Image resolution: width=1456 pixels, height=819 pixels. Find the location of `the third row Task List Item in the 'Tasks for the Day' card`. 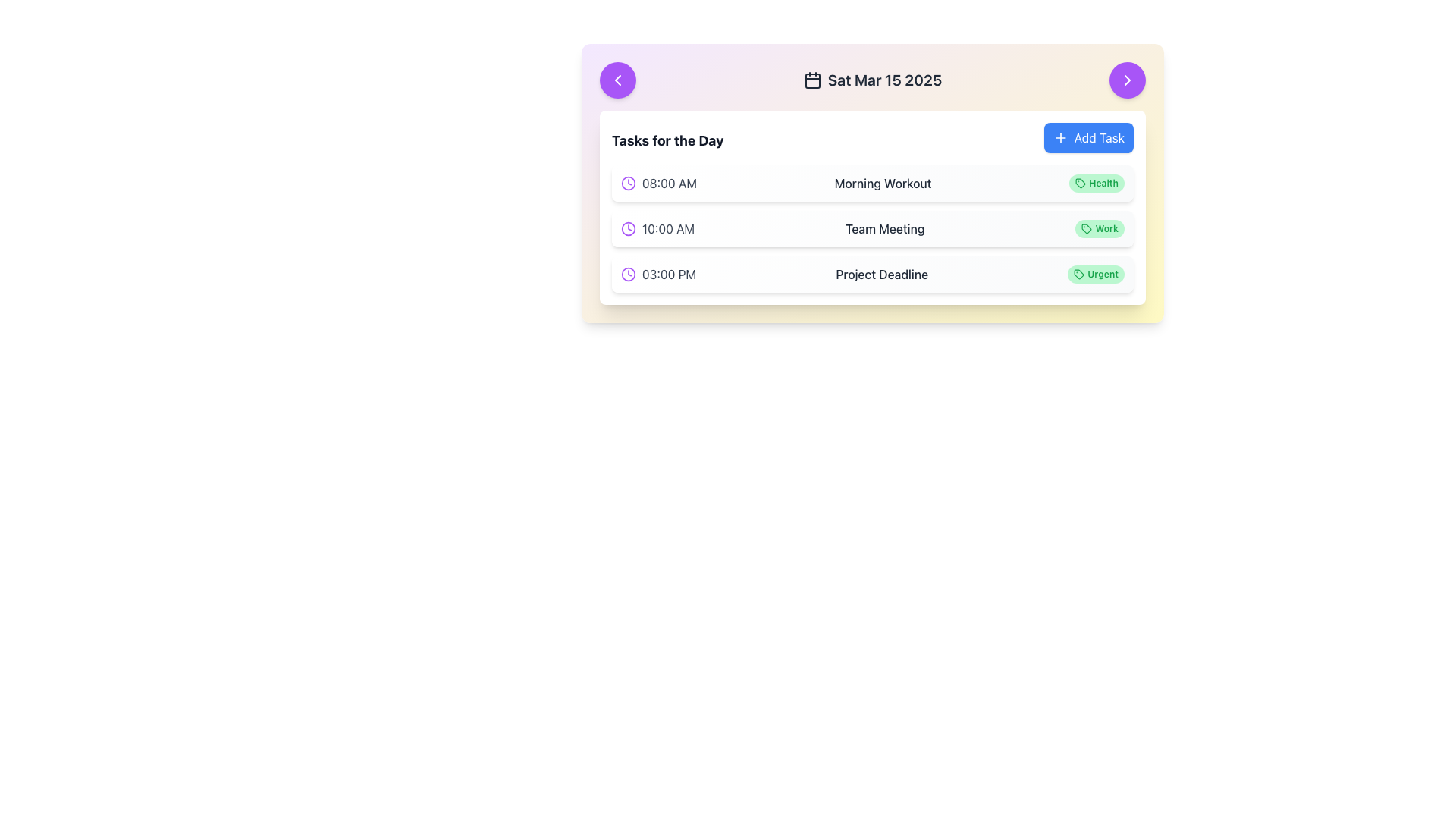

the third row Task List Item in the 'Tasks for the Day' card is located at coordinates (873, 275).